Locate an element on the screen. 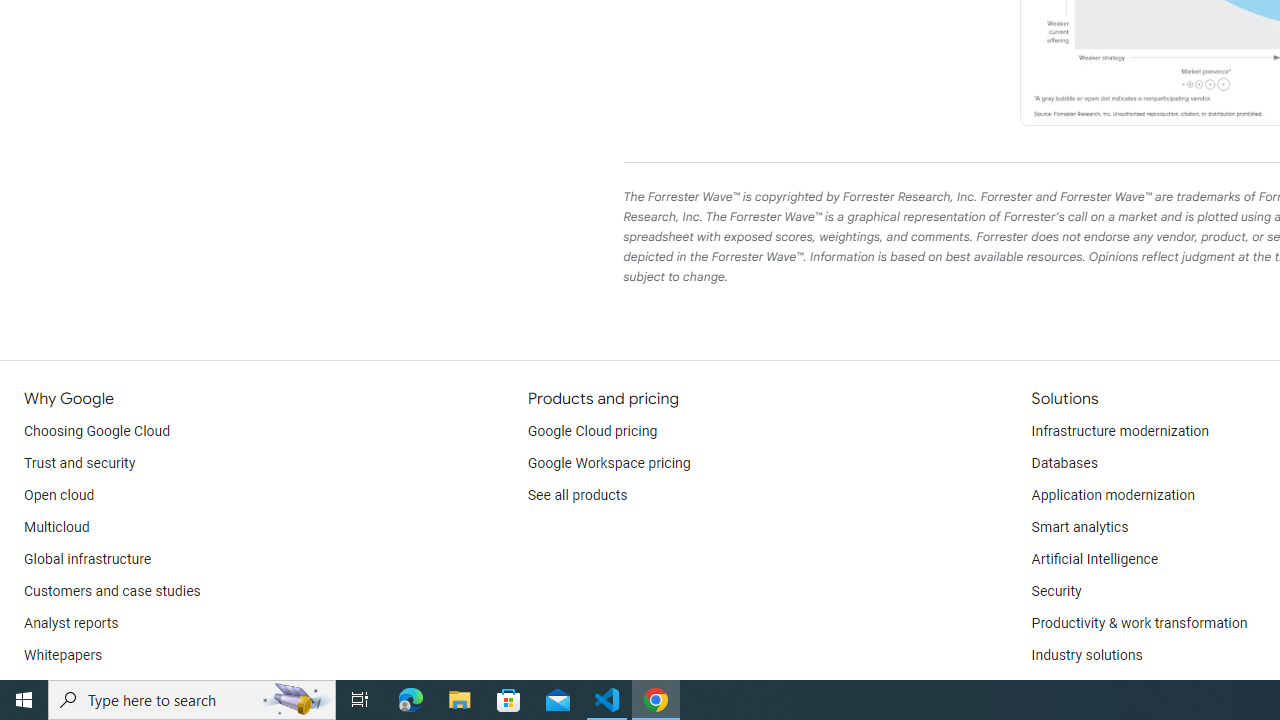 Image resolution: width=1280 pixels, height=720 pixels. 'Trust and security' is located at coordinates (80, 464).